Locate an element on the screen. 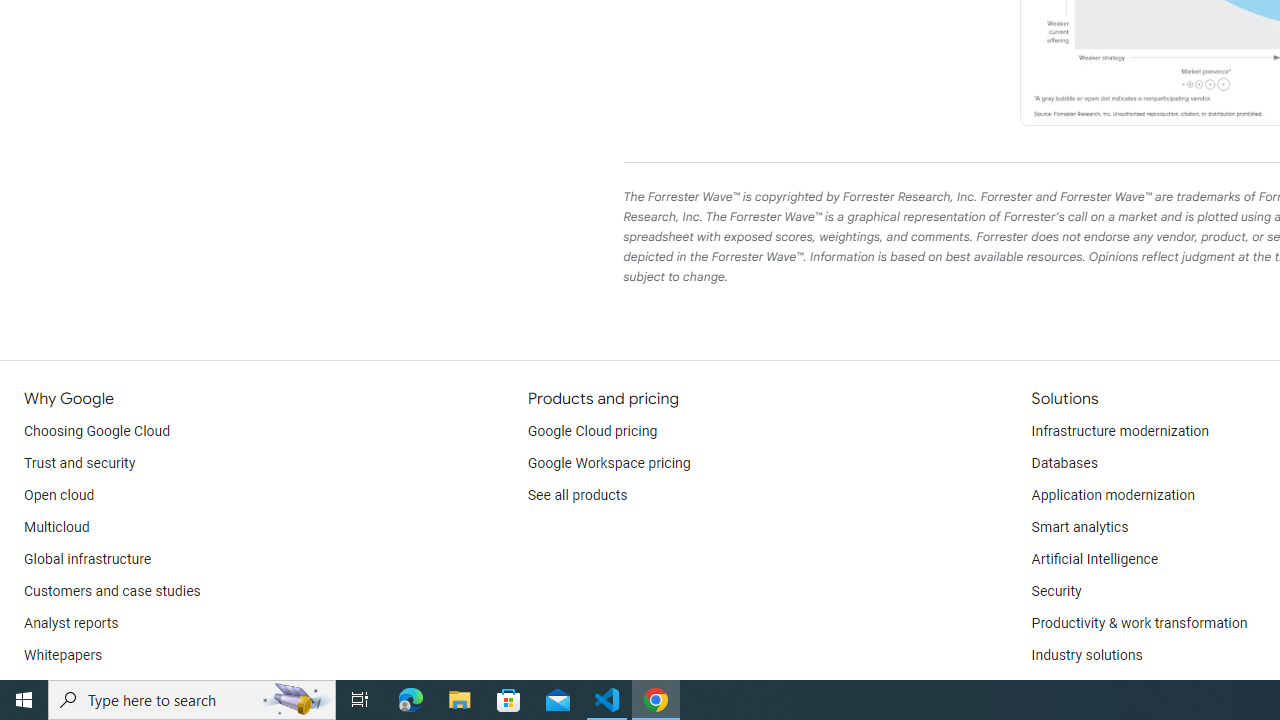 Image resolution: width=1280 pixels, height=720 pixels. 'Trust and security' is located at coordinates (80, 464).